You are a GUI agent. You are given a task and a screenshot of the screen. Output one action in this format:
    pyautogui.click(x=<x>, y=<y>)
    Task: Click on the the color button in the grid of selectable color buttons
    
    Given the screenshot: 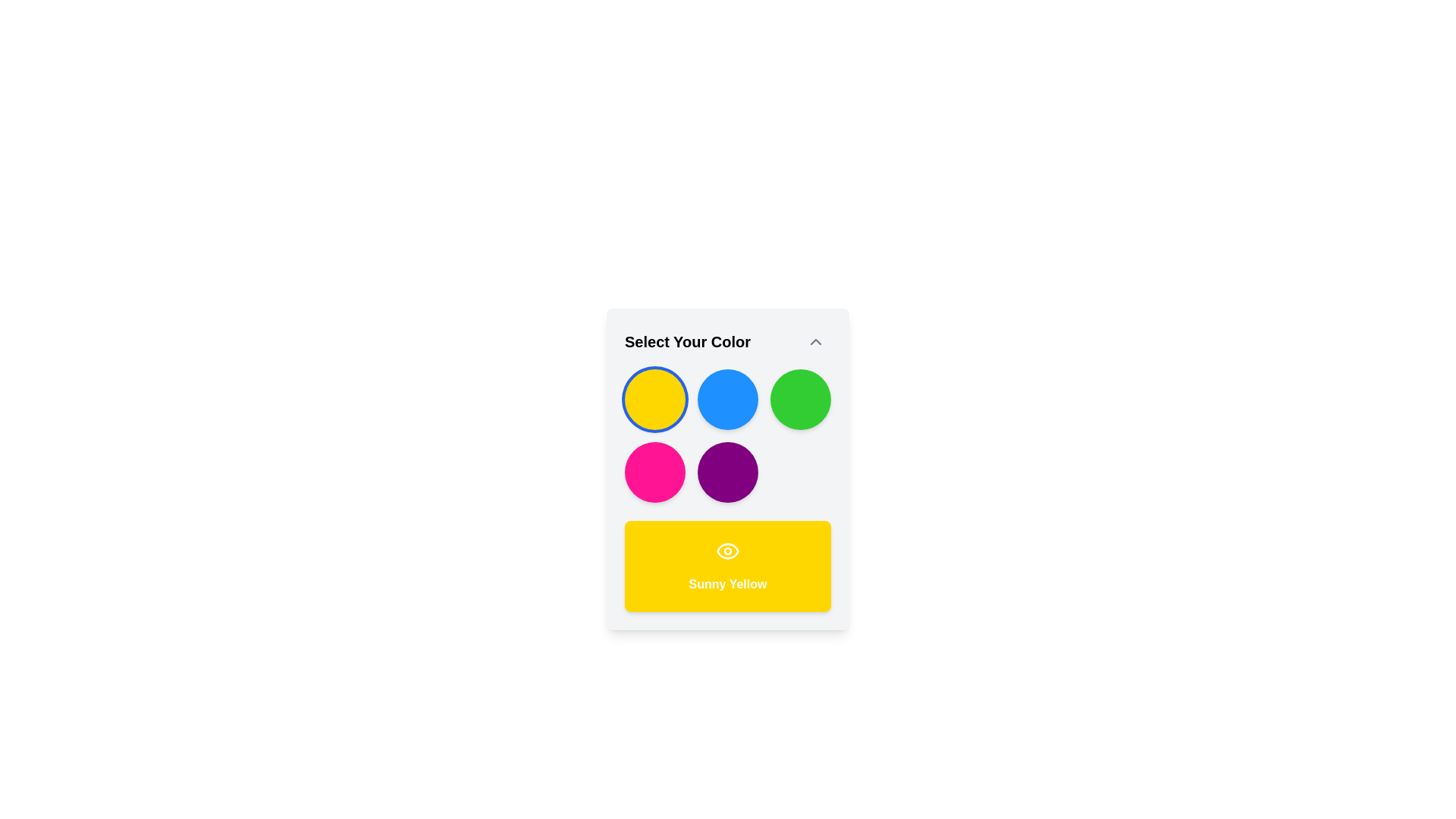 What is the action you would take?
    pyautogui.click(x=728, y=435)
    